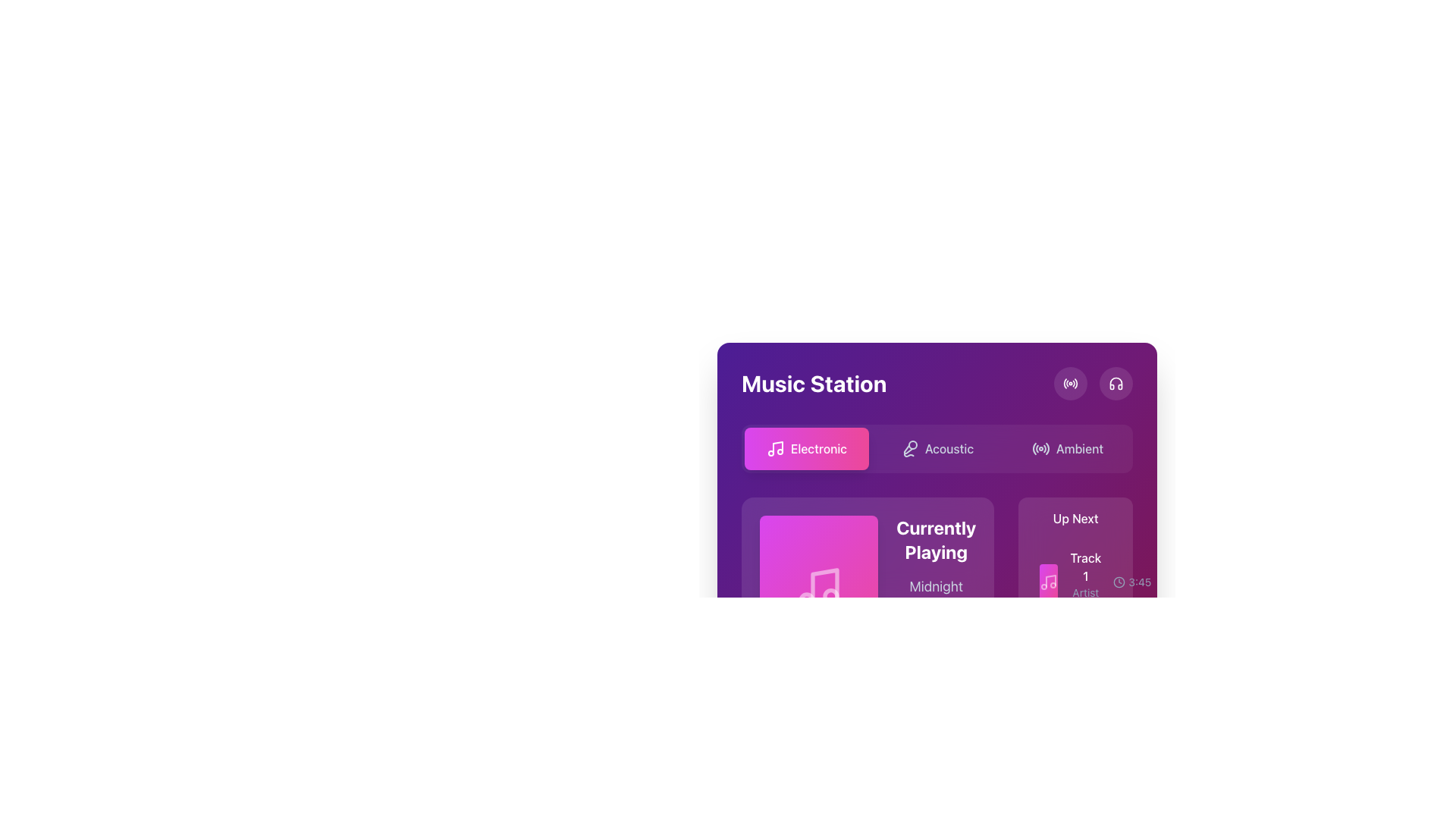 This screenshot has height=819, width=1456. Describe the element at coordinates (1066, 447) in the screenshot. I see `the 'Ambient' button, which is the third button in a sequence of three` at that location.